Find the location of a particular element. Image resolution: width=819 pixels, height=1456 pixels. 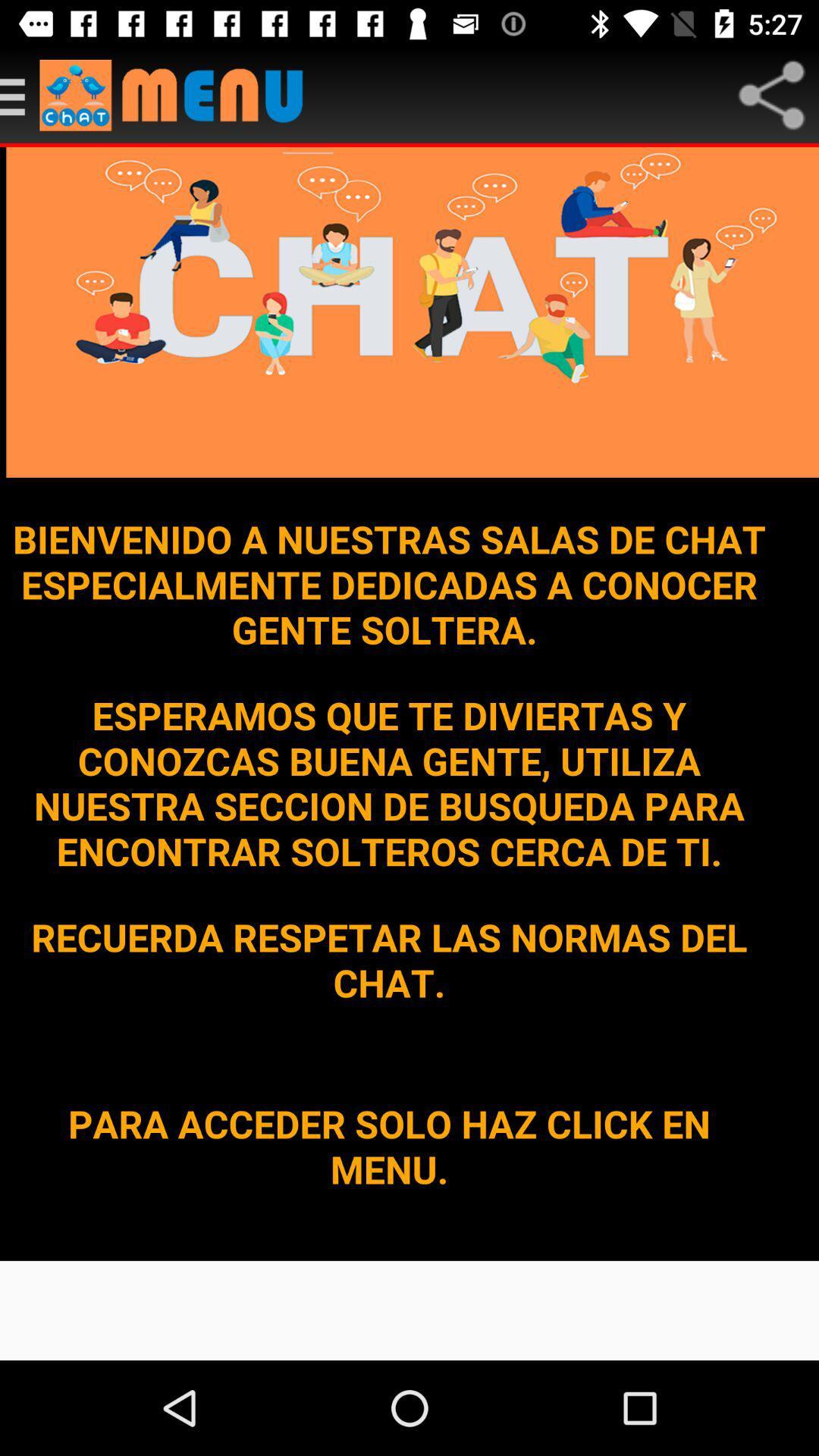

open the menu is located at coordinates (178, 94).